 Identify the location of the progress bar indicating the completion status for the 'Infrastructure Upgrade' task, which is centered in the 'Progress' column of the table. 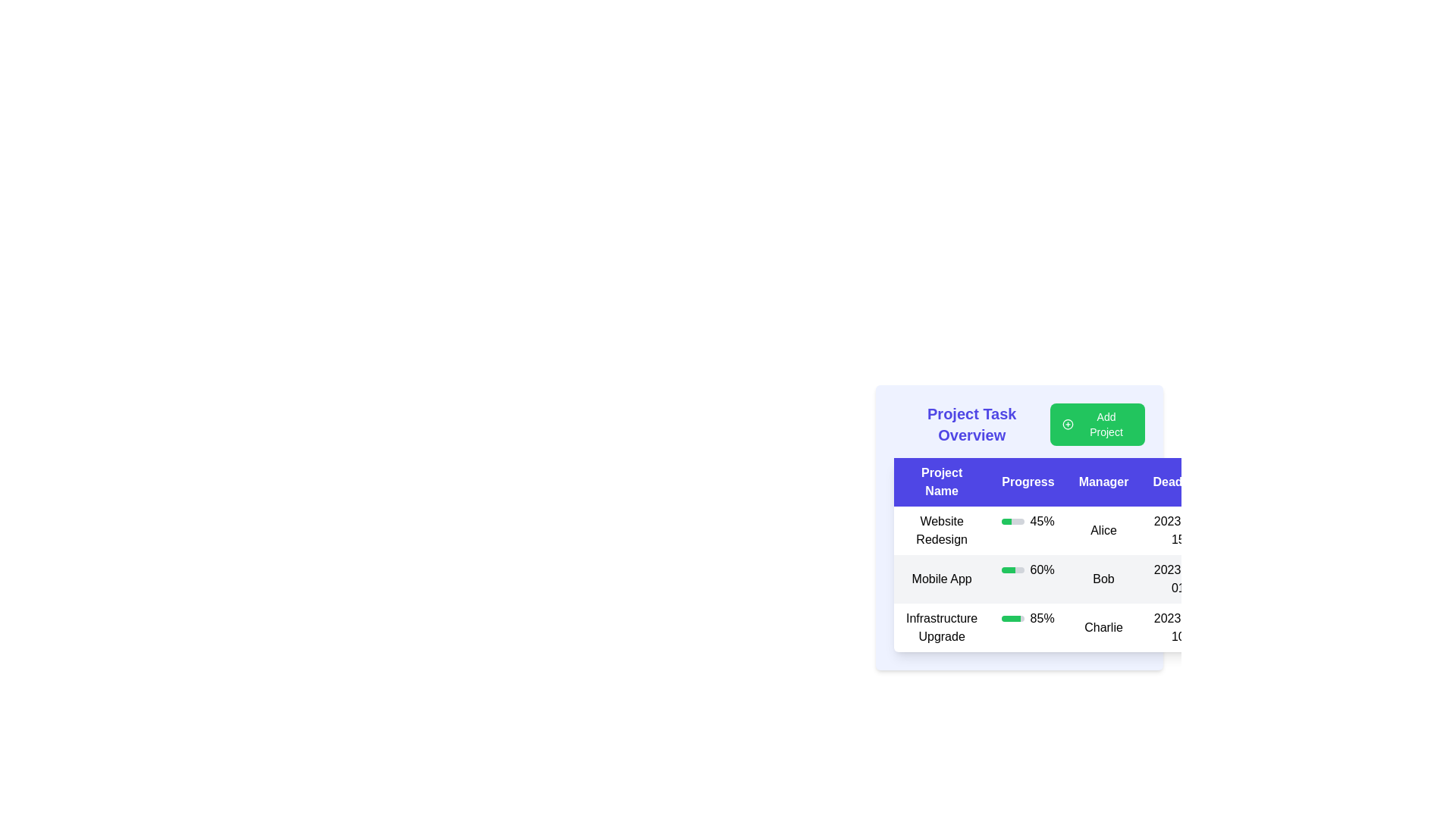
(1011, 619).